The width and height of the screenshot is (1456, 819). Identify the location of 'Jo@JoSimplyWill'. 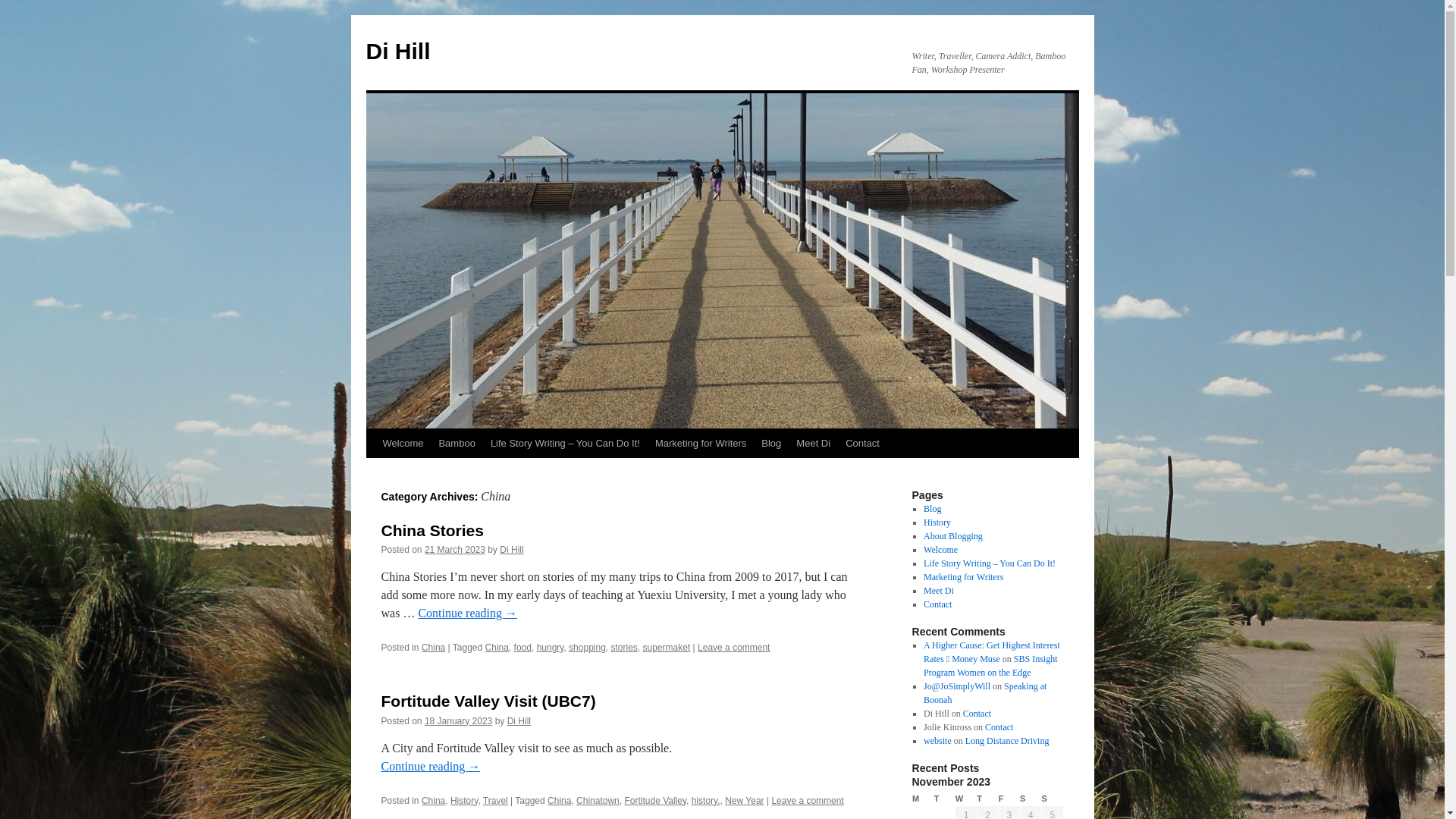
(956, 686).